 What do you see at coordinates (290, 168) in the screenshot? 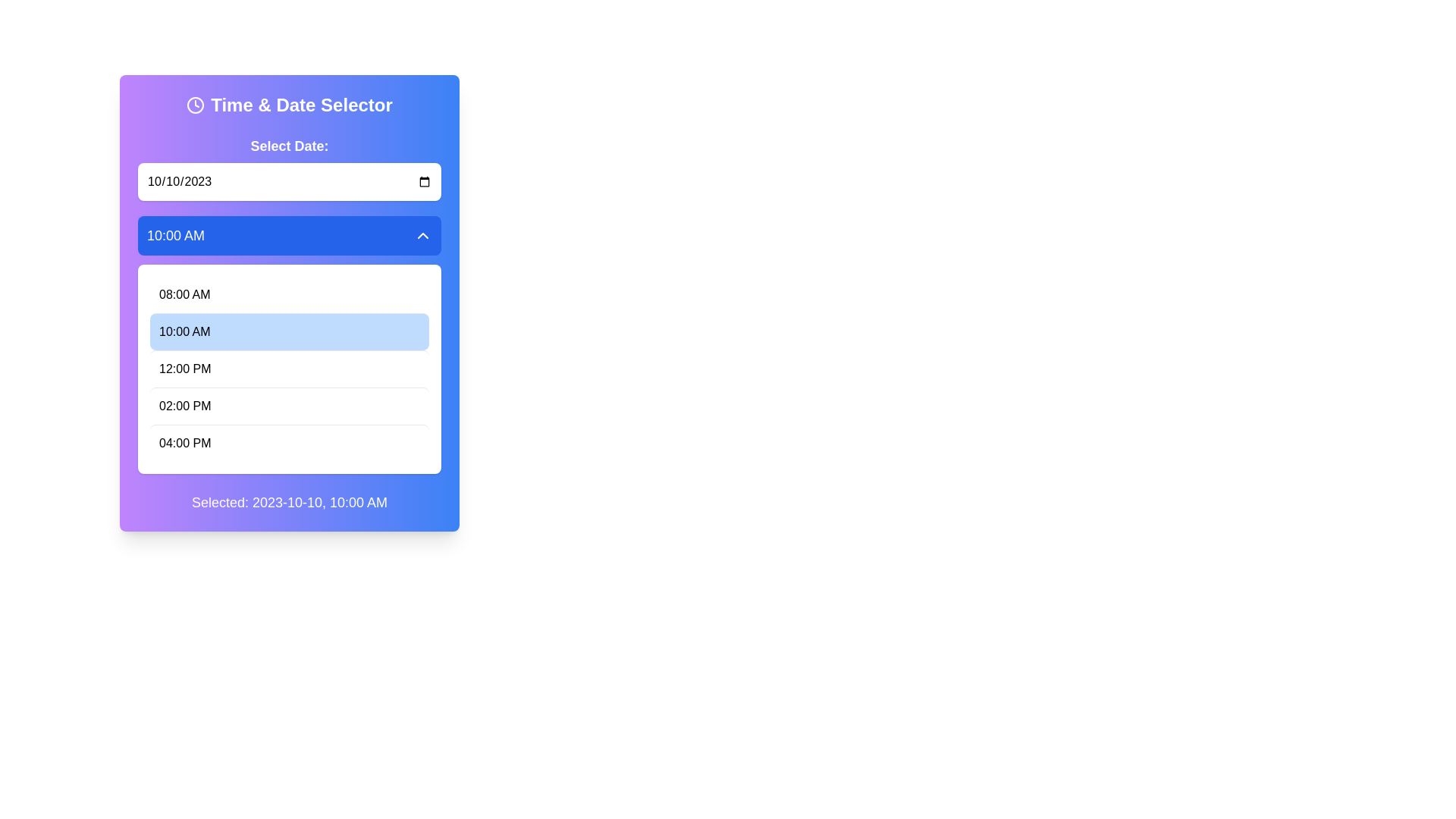
I see `the labeled date input field below the title 'Time & Date Selector'` at bounding box center [290, 168].